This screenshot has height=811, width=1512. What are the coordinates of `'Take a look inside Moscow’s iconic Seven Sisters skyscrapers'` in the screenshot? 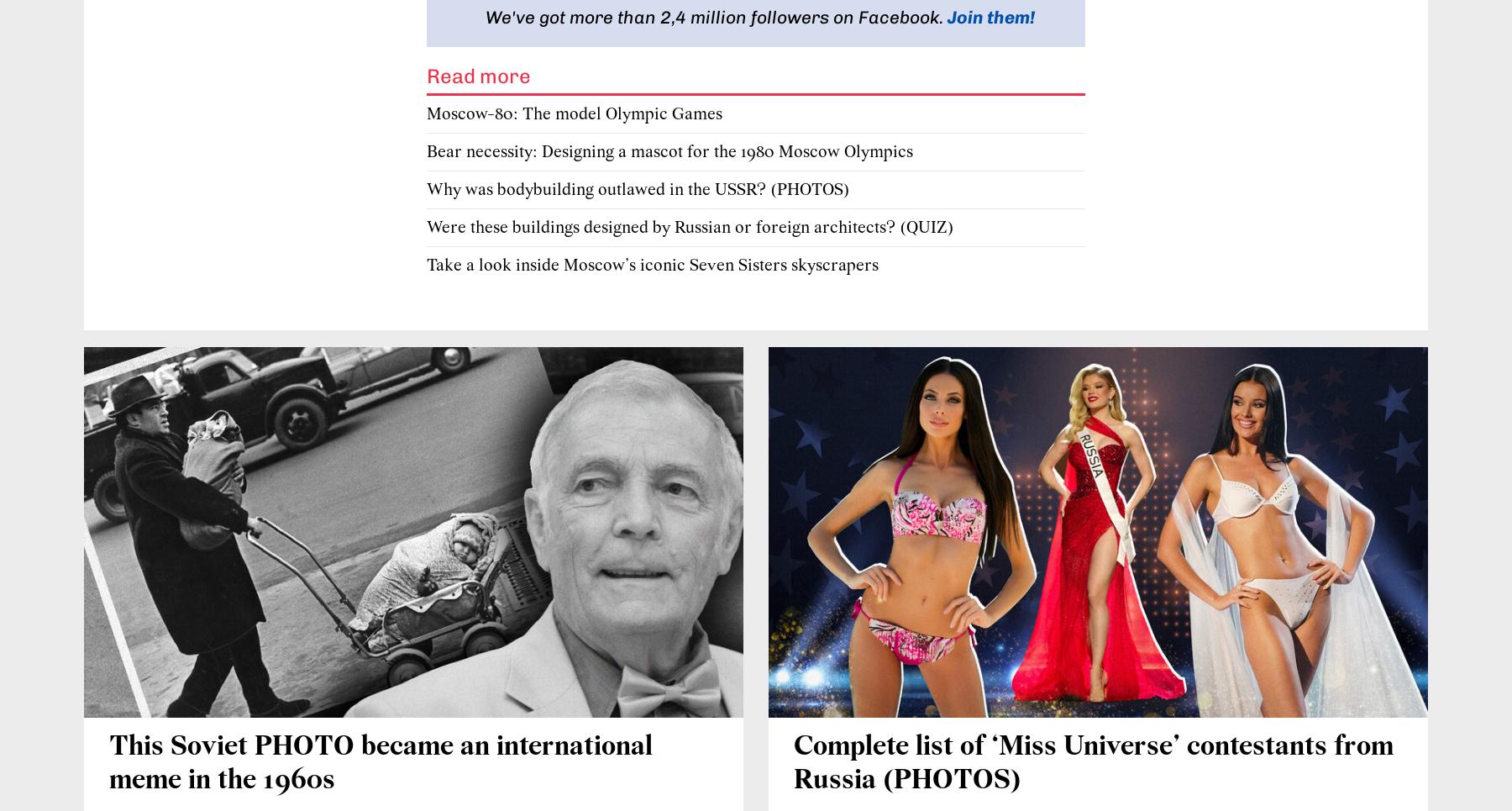 It's located at (652, 264).